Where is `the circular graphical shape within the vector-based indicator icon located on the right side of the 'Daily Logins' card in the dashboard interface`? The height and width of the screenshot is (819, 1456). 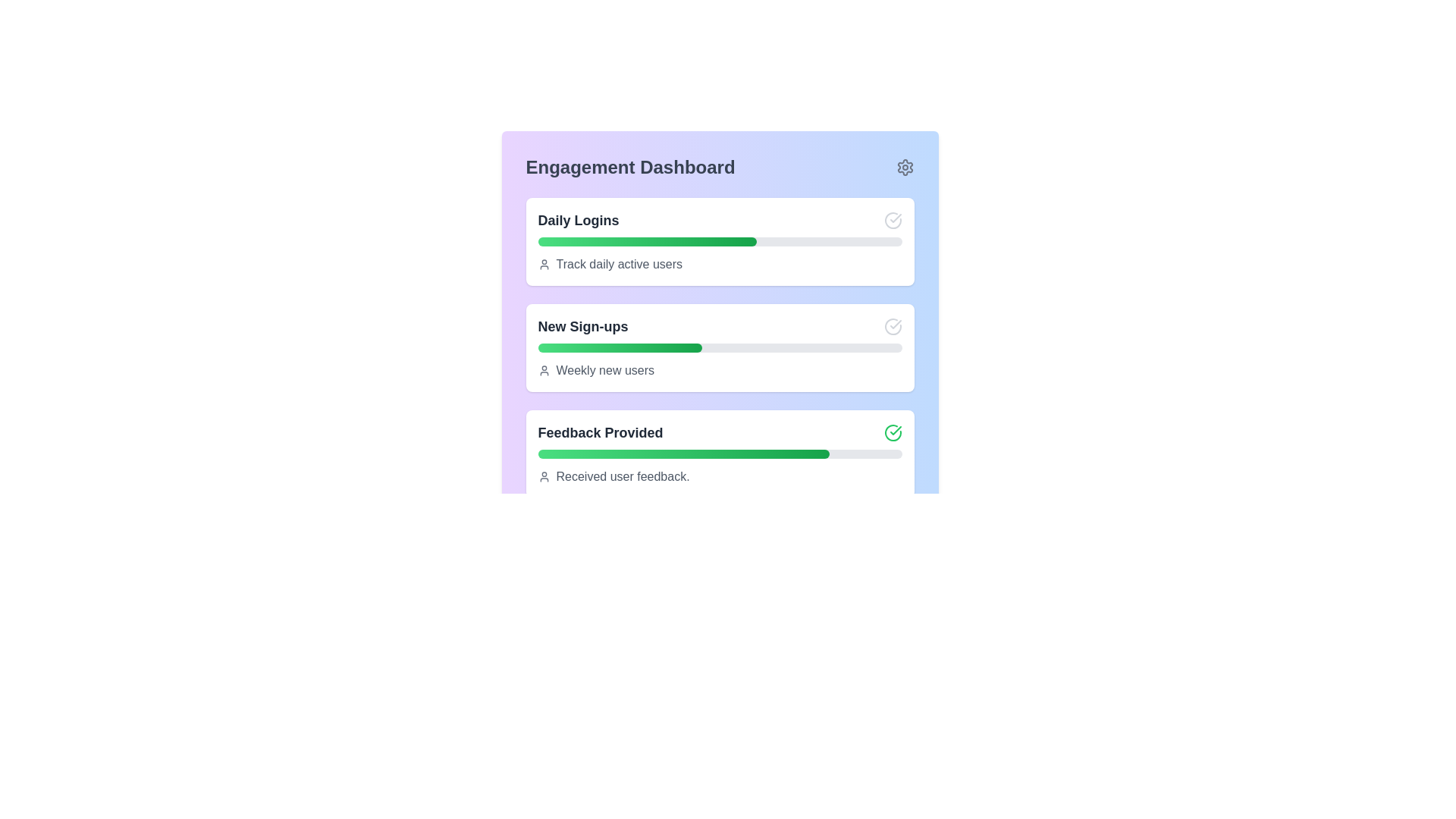 the circular graphical shape within the vector-based indicator icon located on the right side of the 'Daily Logins' card in the dashboard interface is located at coordinates (893, 220).